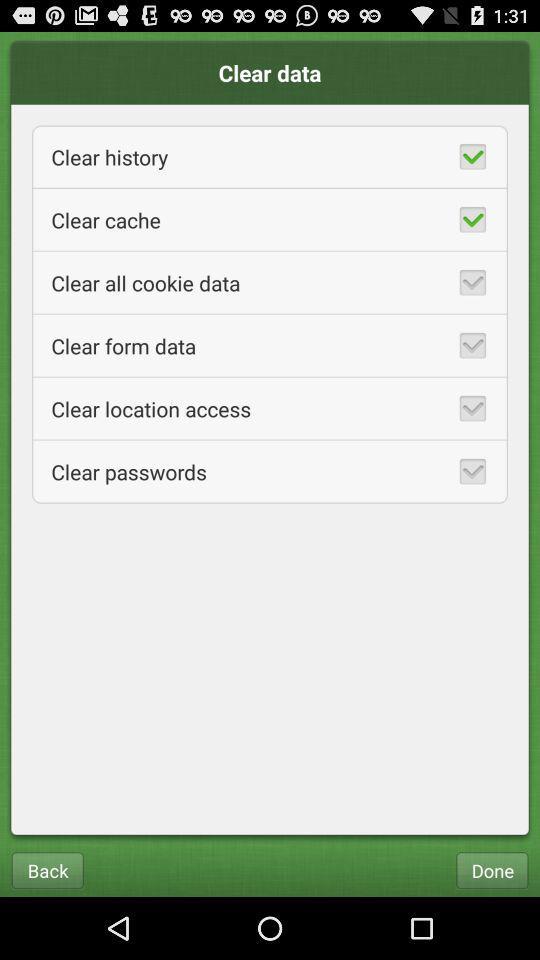 The width and height of the screenshot is (540, 960). Describe the element at coordinates (270, 471) in the screenshot. I see `the clear passwords app` at that location.